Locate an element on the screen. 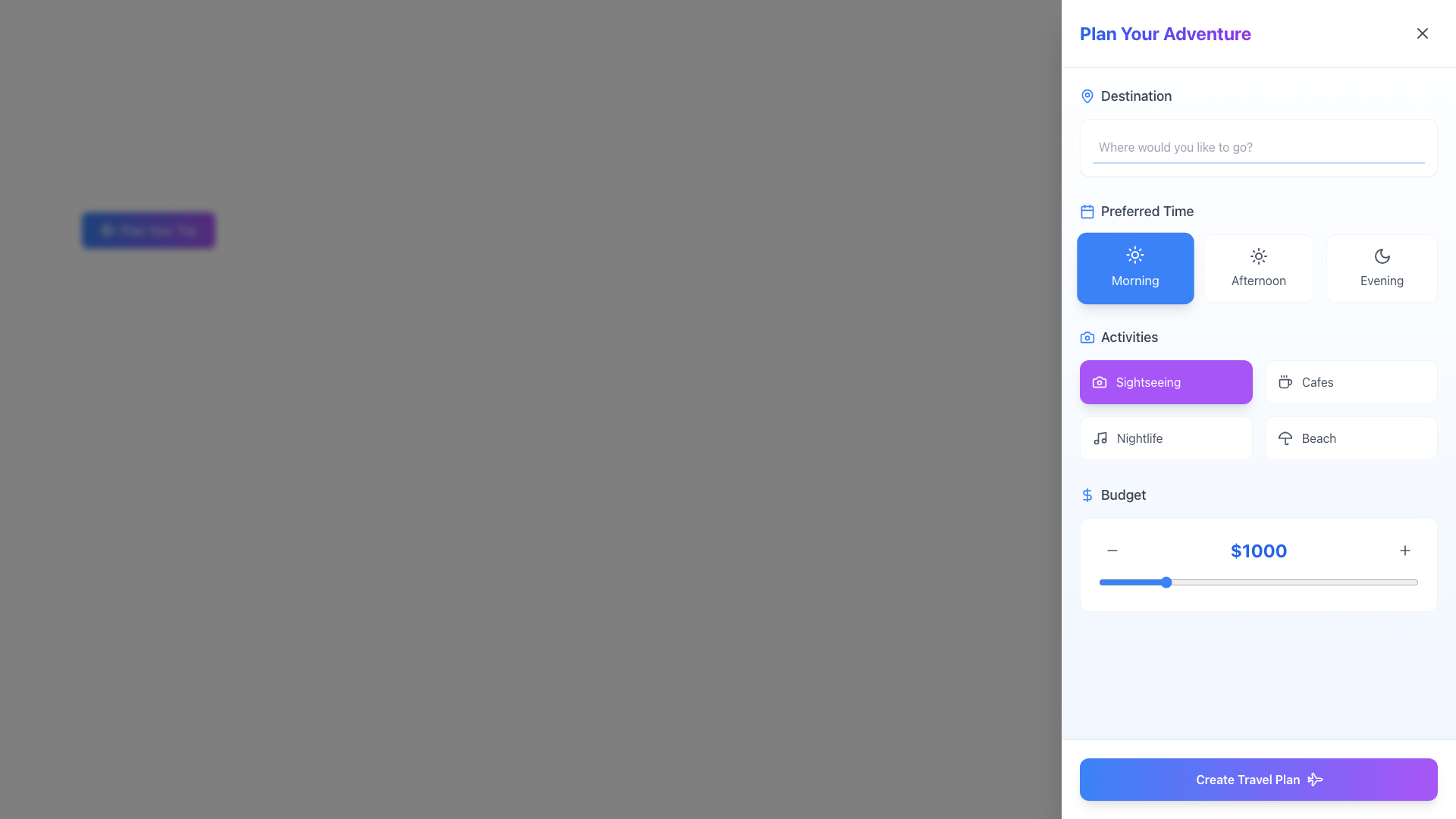 This screenshot has width=1456, height=819. the text display that shows the value '$1000' in bold blue font, which is centered between a minus and a plus symbol is located at coordinates (1259, 550).